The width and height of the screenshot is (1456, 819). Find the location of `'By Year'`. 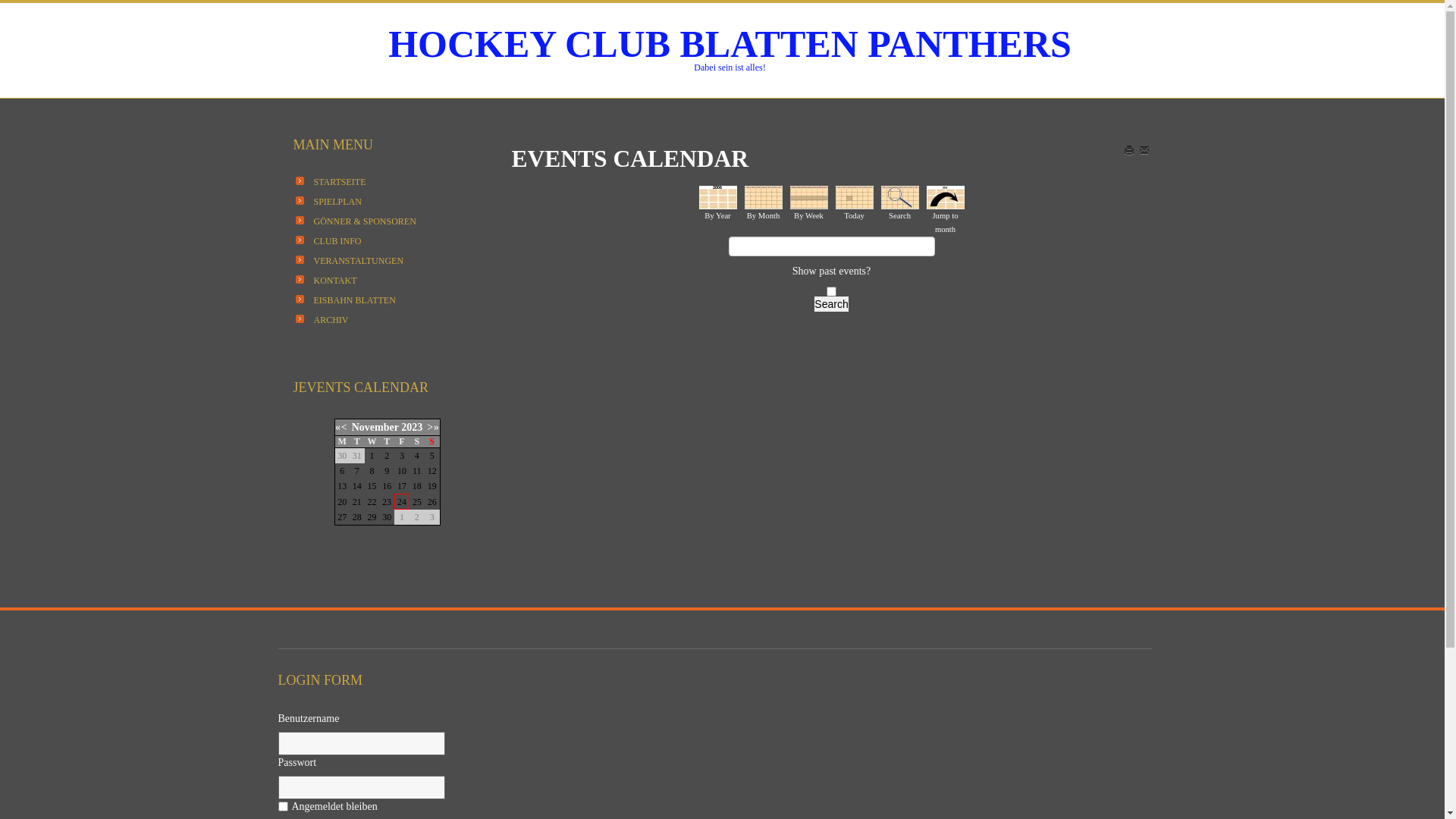

'By Year' is located at coordinates (717, 196).